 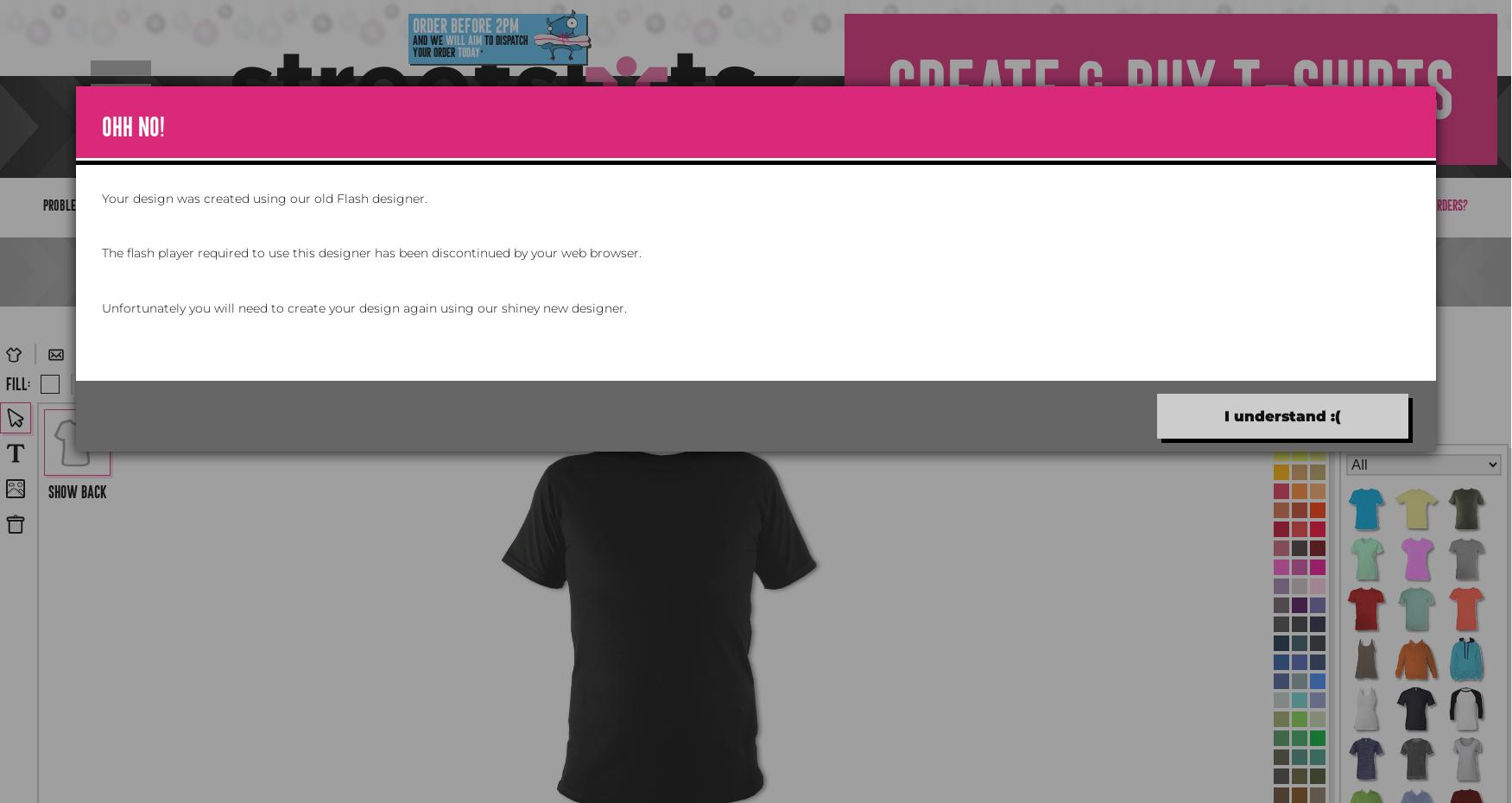 I want to click on 'On time', so click(x=368, y=113).